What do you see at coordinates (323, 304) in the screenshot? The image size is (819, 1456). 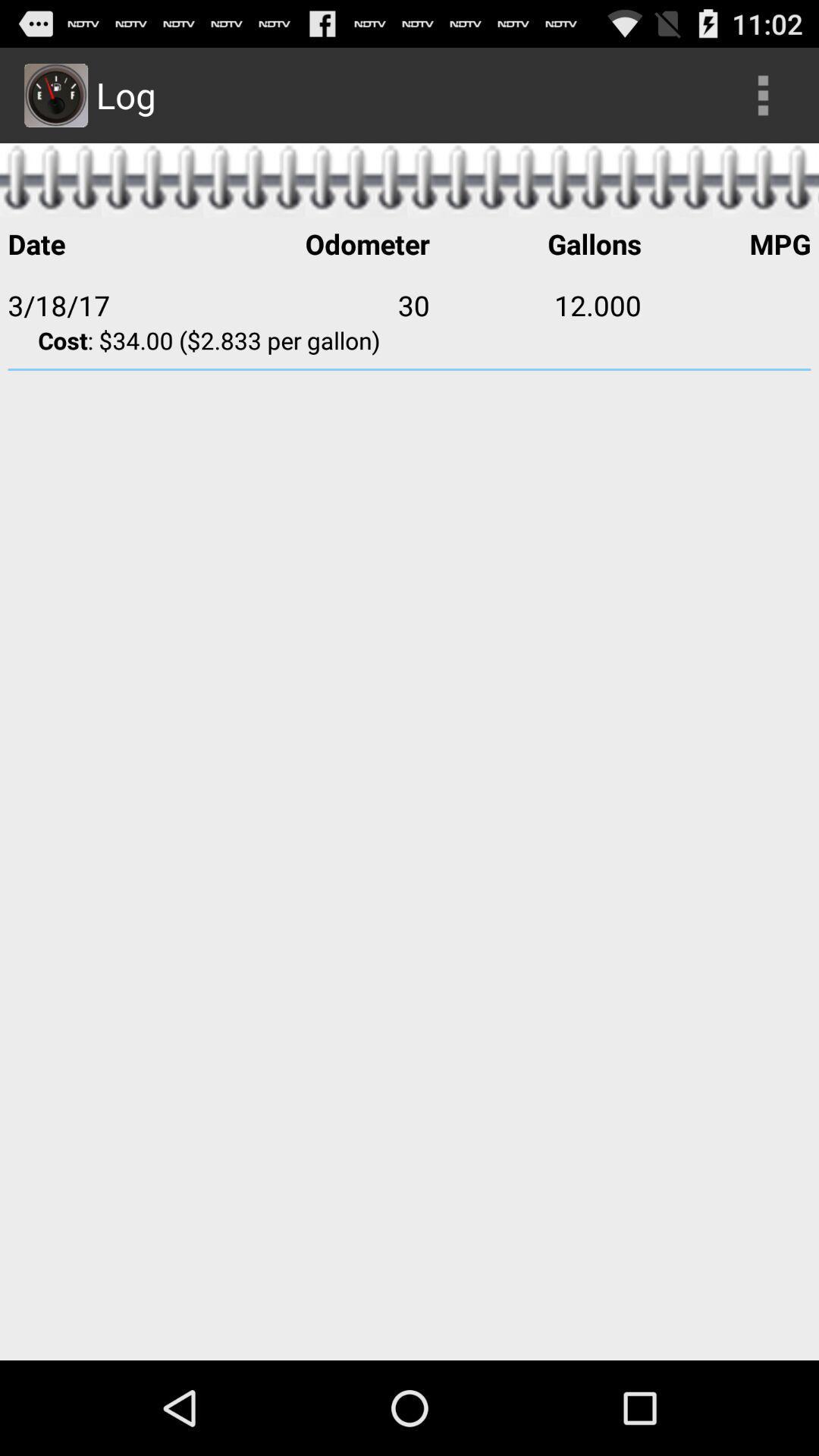 I see `the app to the right of the 3/18/17 item` at bounding box center [323, 304].